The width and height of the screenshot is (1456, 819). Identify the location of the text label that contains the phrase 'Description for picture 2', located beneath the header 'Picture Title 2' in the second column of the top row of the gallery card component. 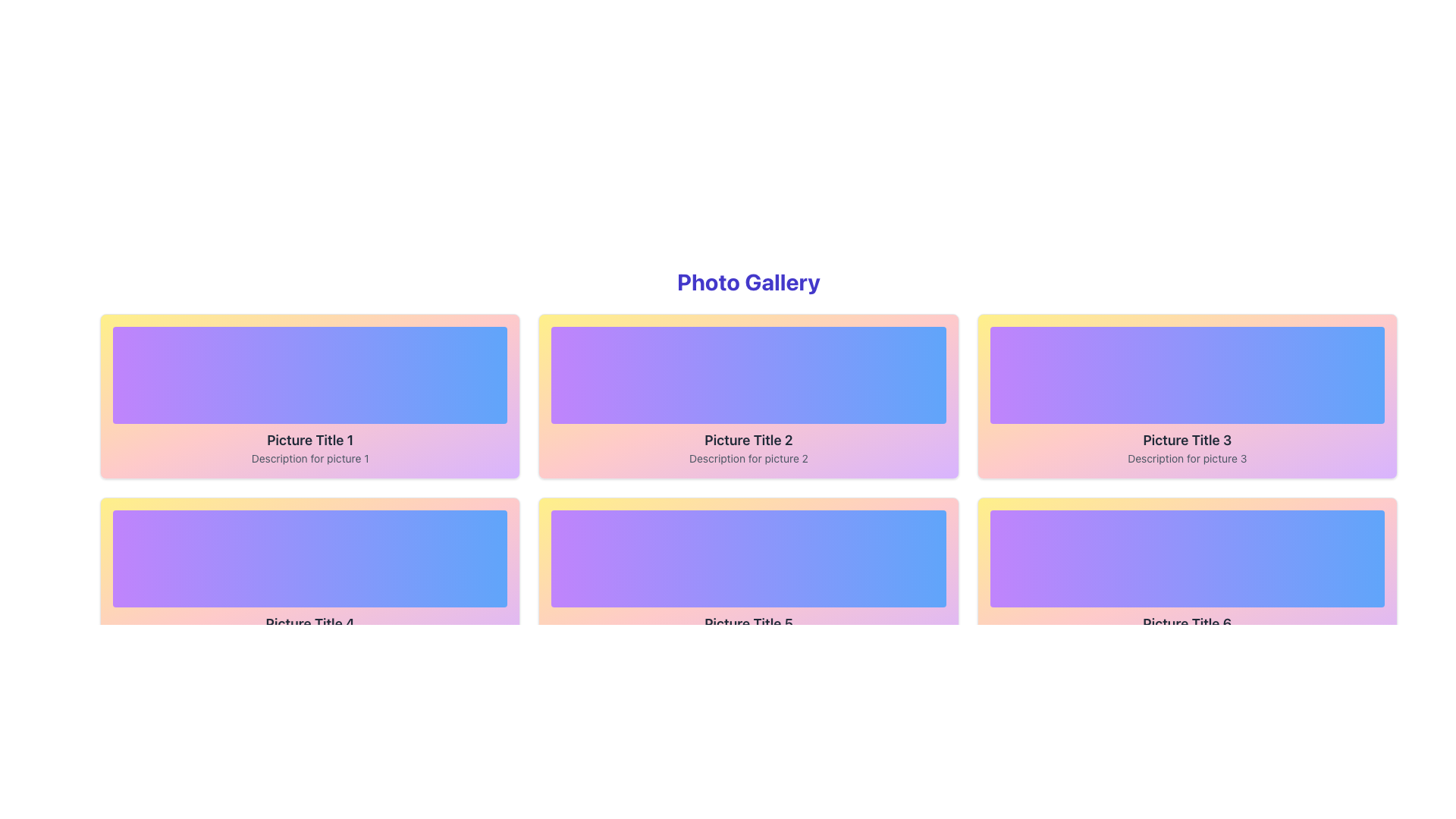
(748, 458).